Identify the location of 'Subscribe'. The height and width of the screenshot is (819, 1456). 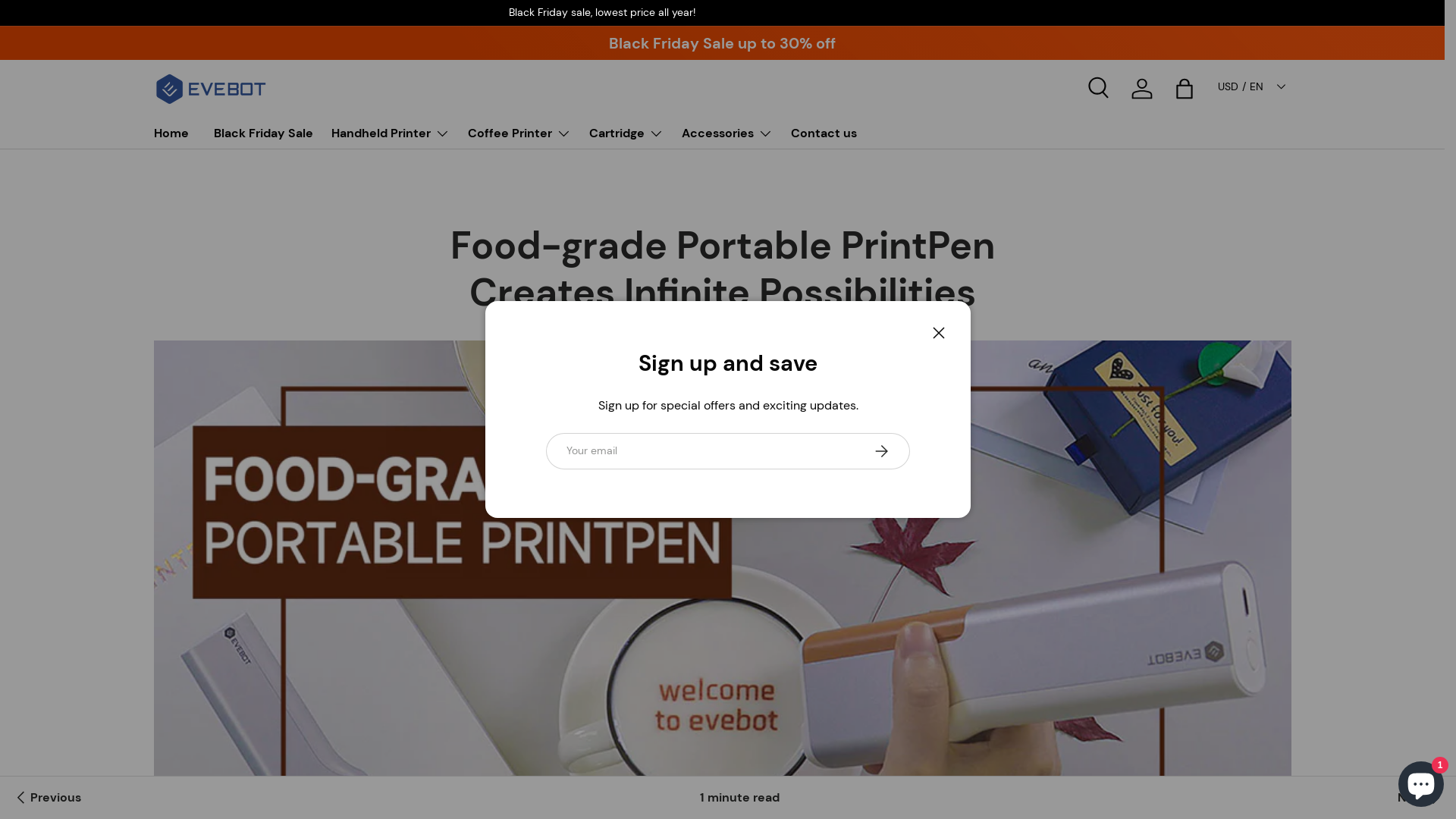
(880, 450).